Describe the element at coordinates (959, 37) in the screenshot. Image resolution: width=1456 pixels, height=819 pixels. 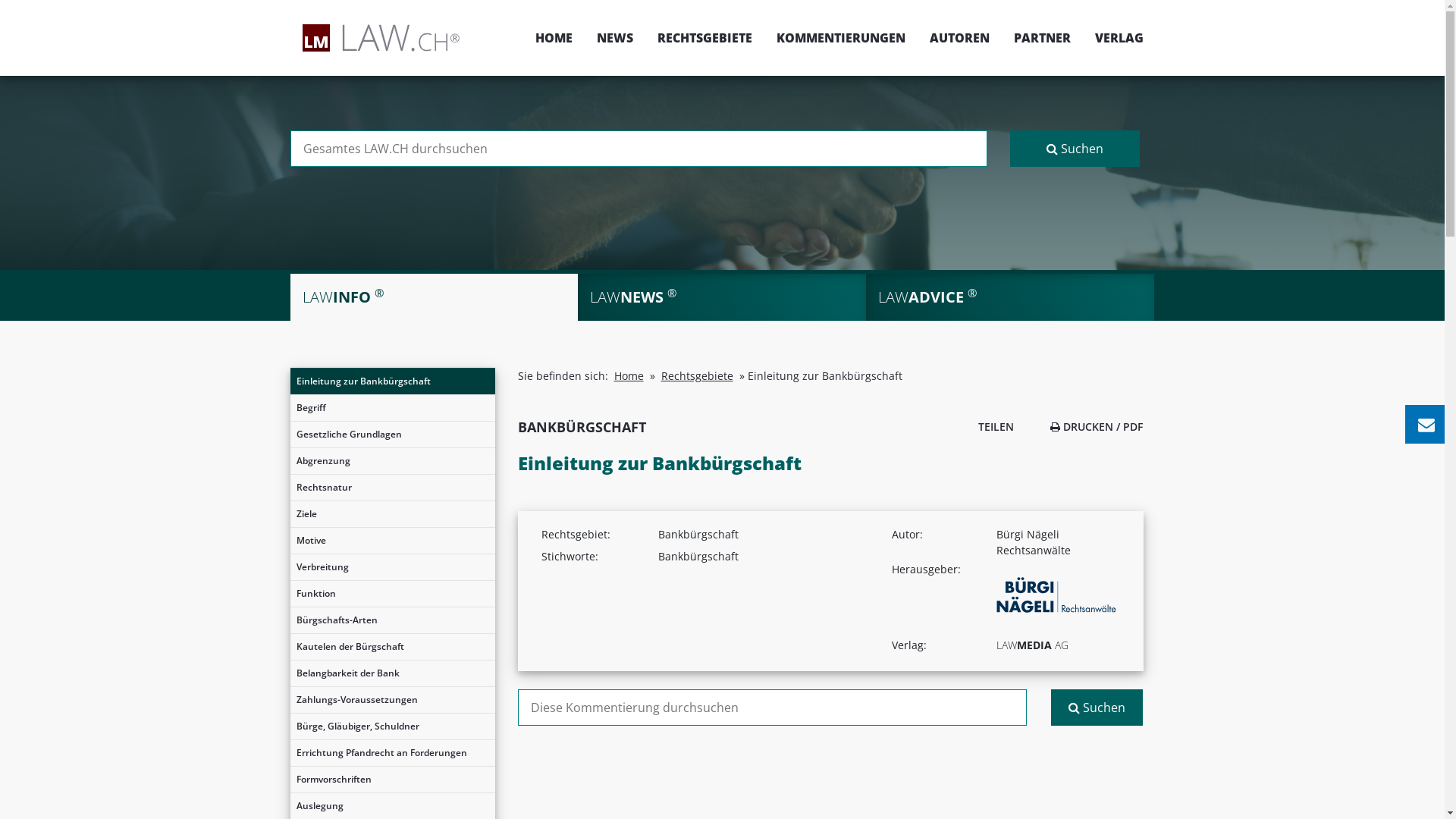
I see `'AUTOREN'` at that location.